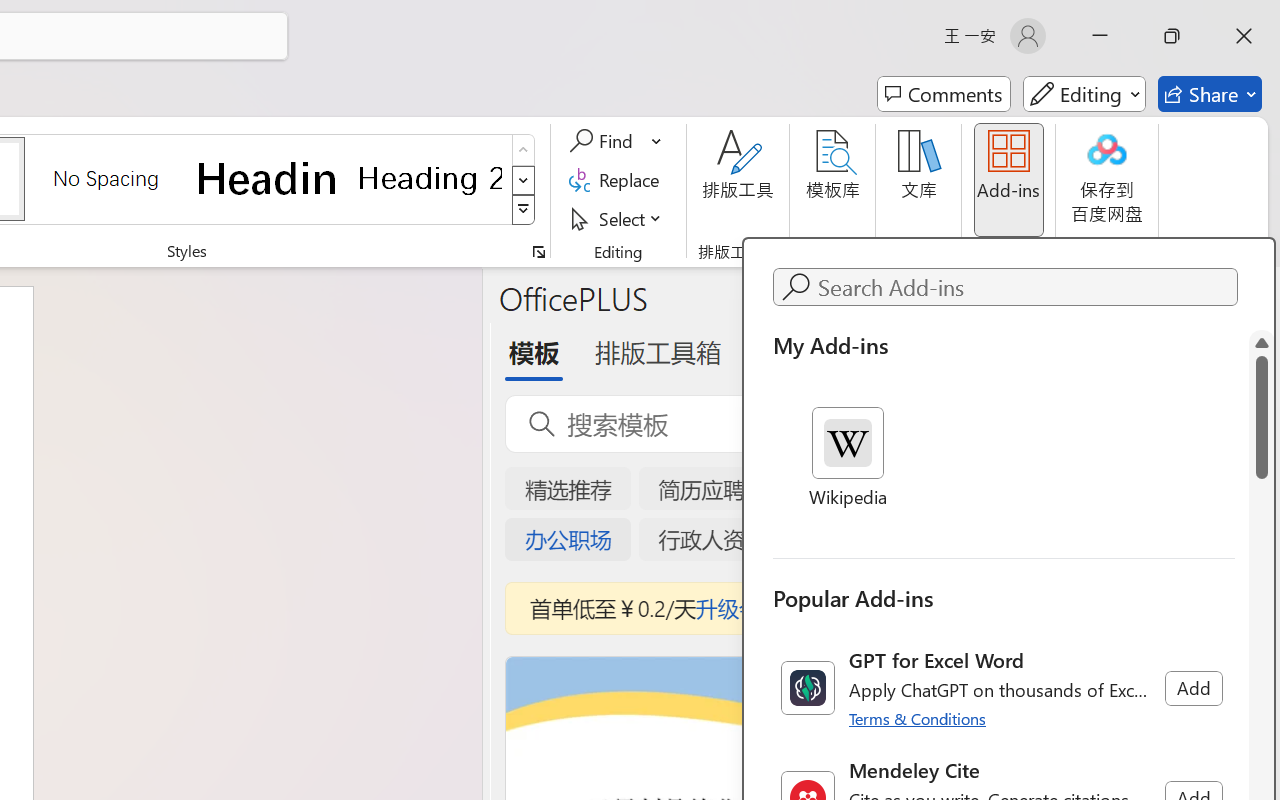 This screenshot has height=800, width=1280. Describe the element at coordinates (603, 141) in the screenshot. I see `'Find'` at that location.